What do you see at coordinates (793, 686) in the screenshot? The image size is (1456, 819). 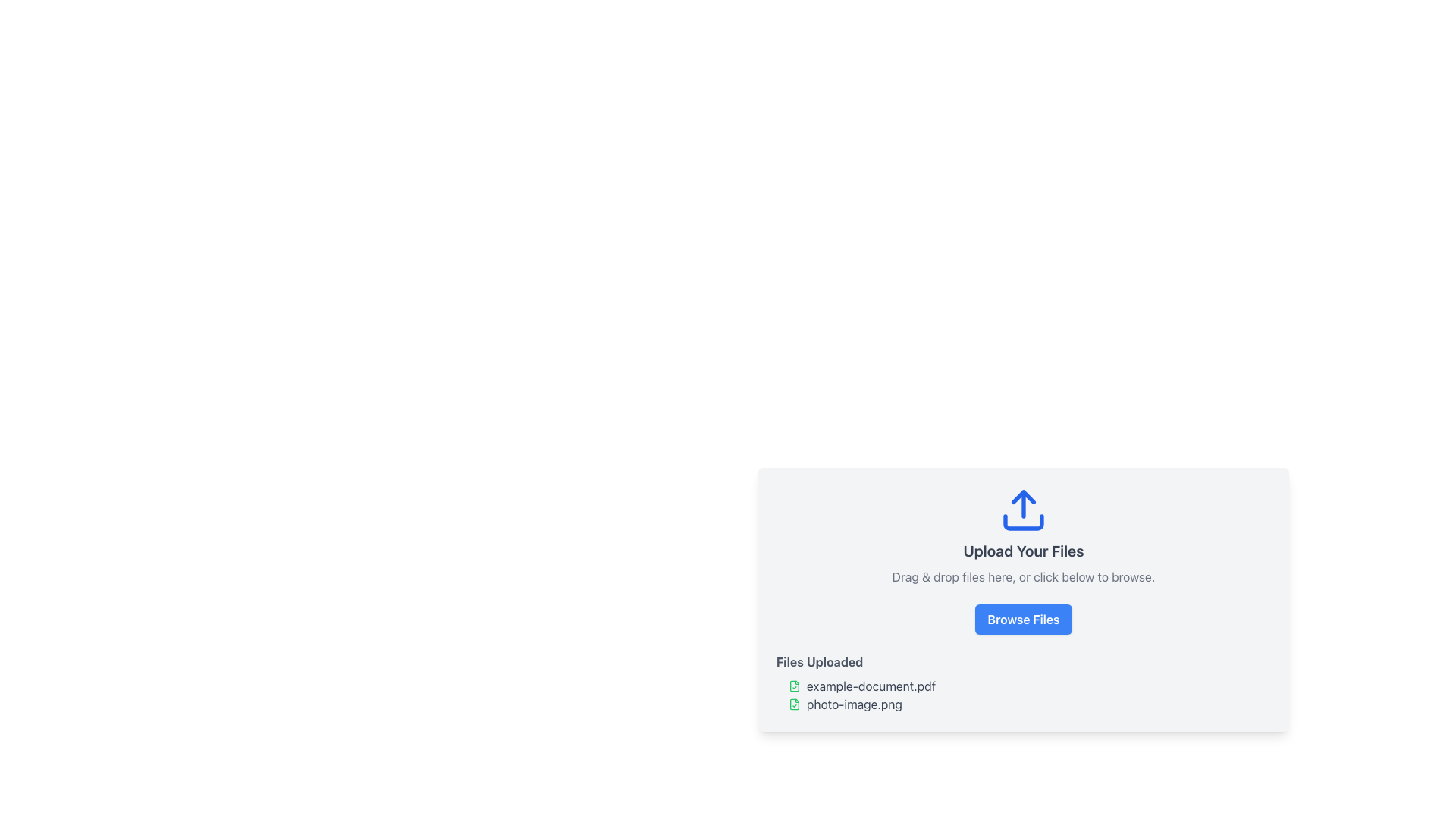 I see `the visual representation of the file state icon located to the left of 'example-document.pdf', which indicates a successfully uploaded or verified file` at bounding box center [793, 686].